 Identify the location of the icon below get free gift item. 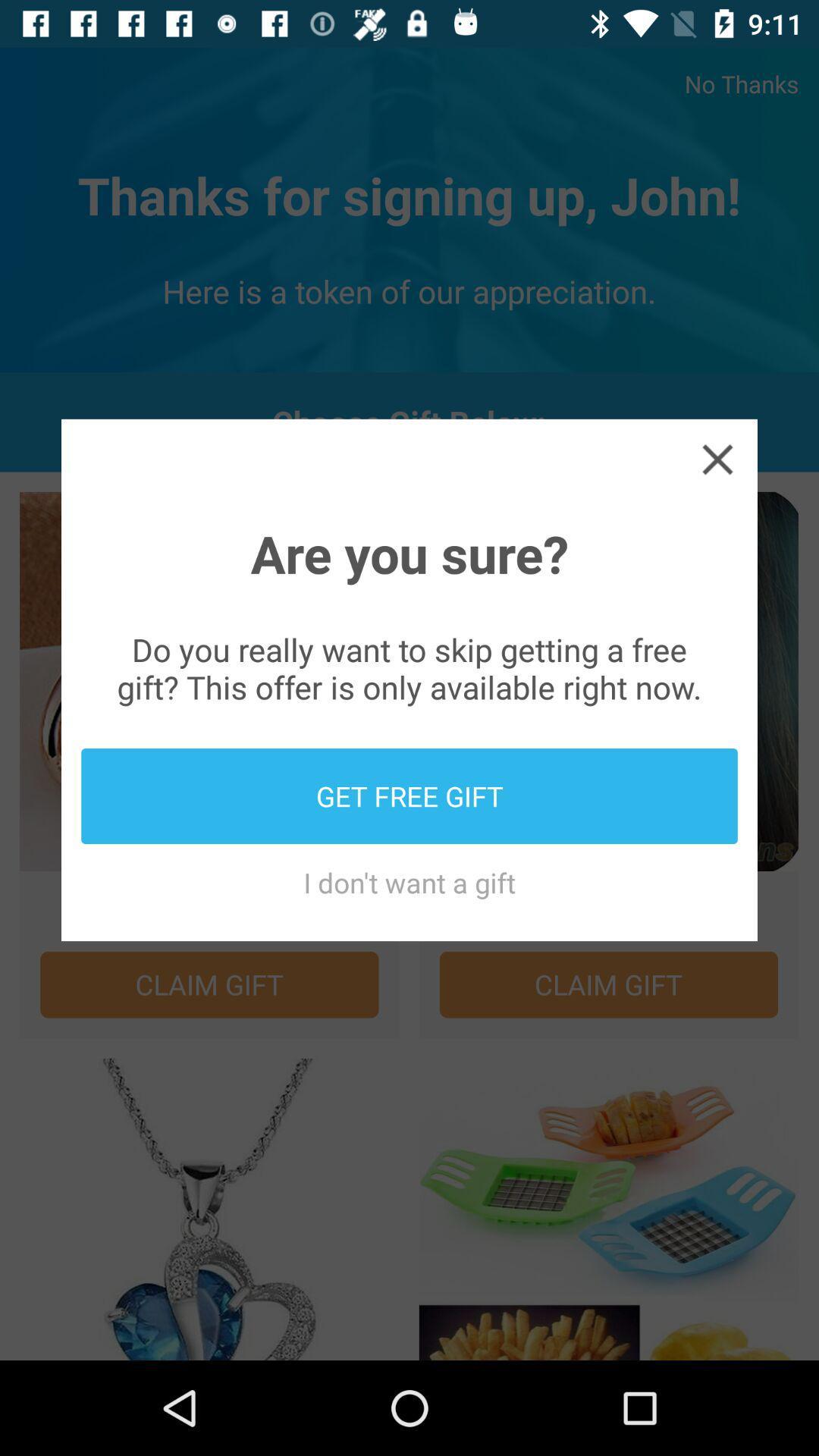
(409, 882).